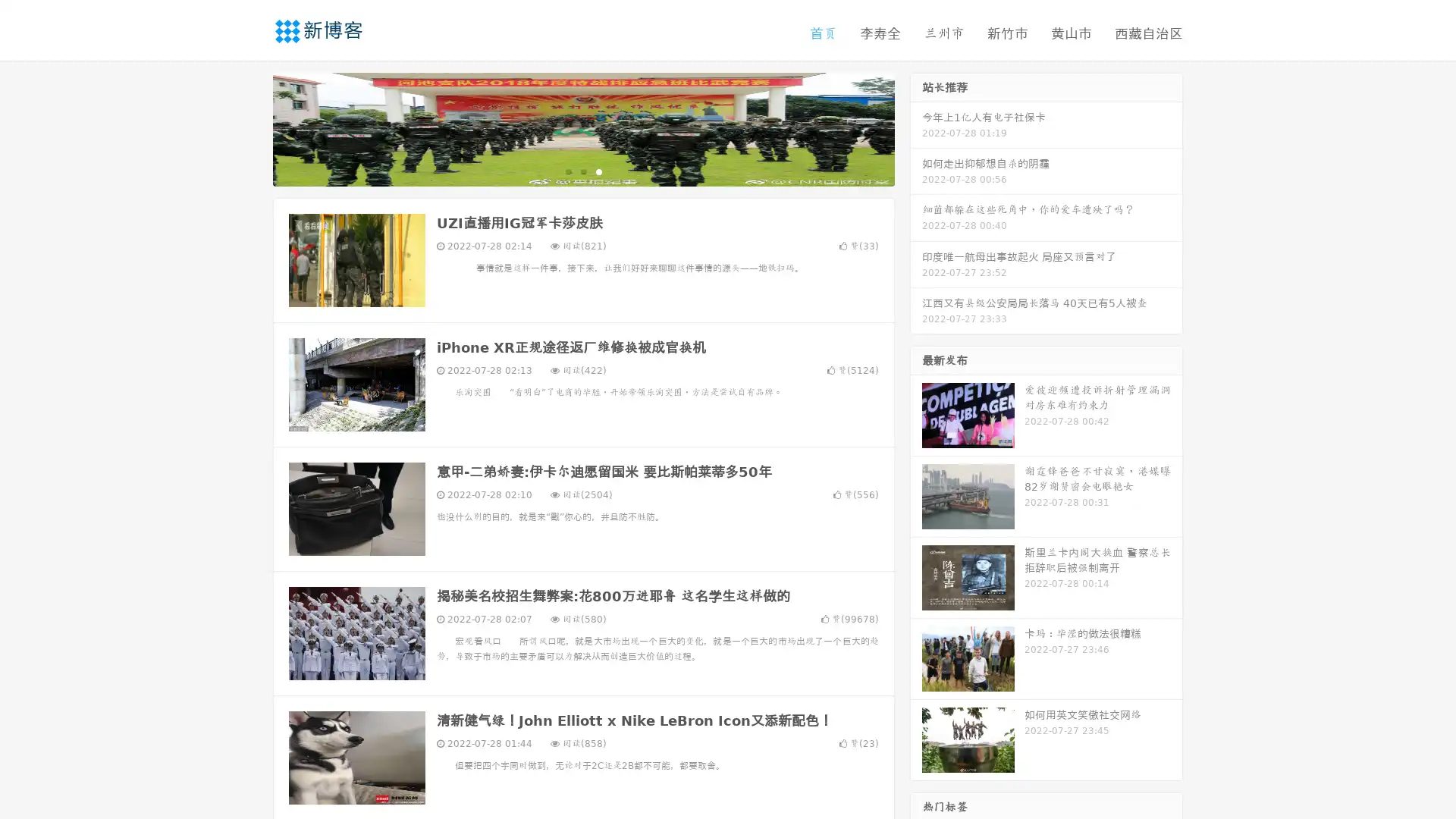 The image size is (1456, 819). Describe the element at coordinates (598, 171) in the screenshot. I see `Go to slide 3` at that location.